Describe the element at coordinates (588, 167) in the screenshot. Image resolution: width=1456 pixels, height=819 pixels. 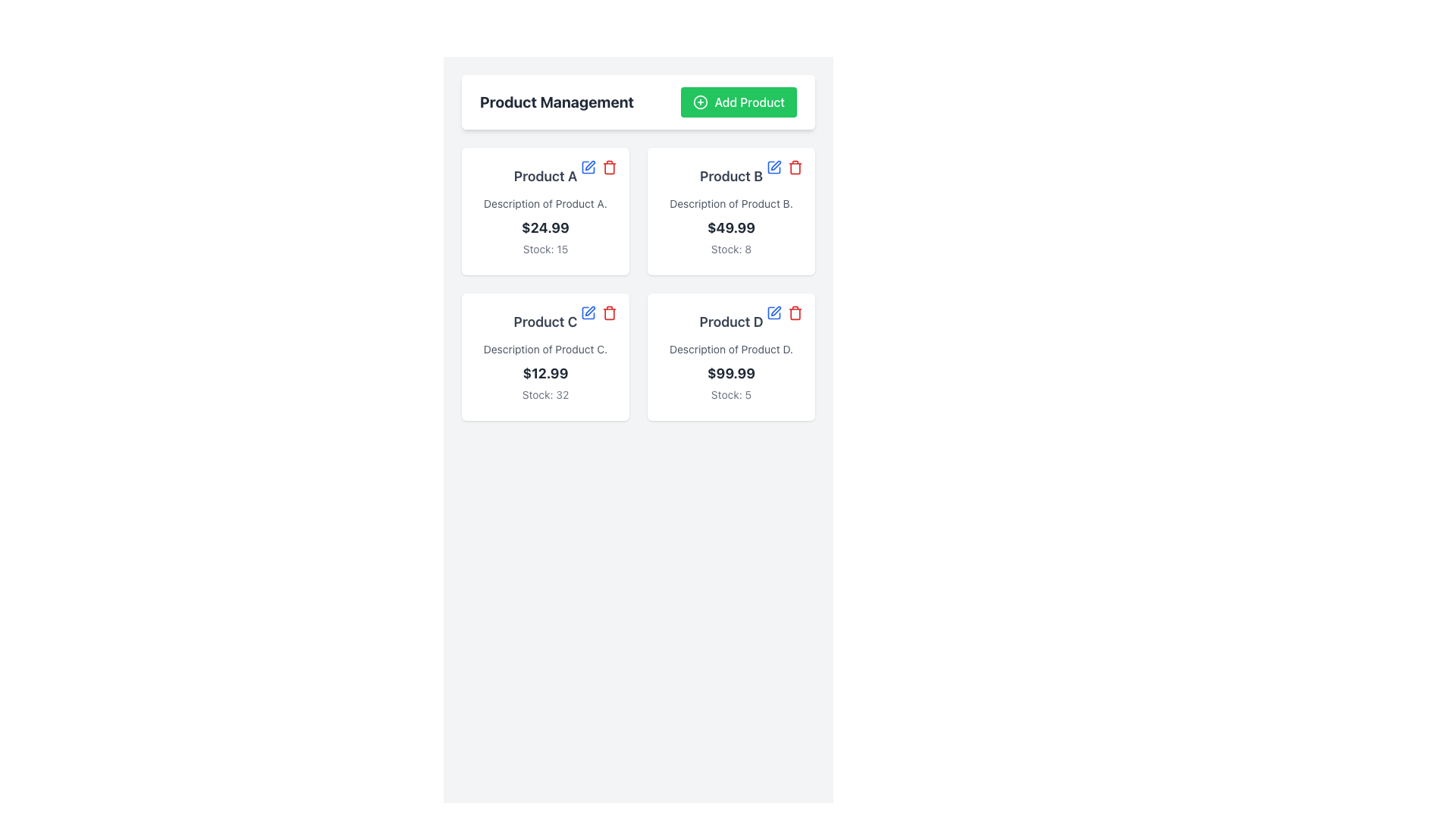
I see `the edit icon button located in the top-right corner of the card layout for 'Product A', adjacent to the red trash can icon` at that location.